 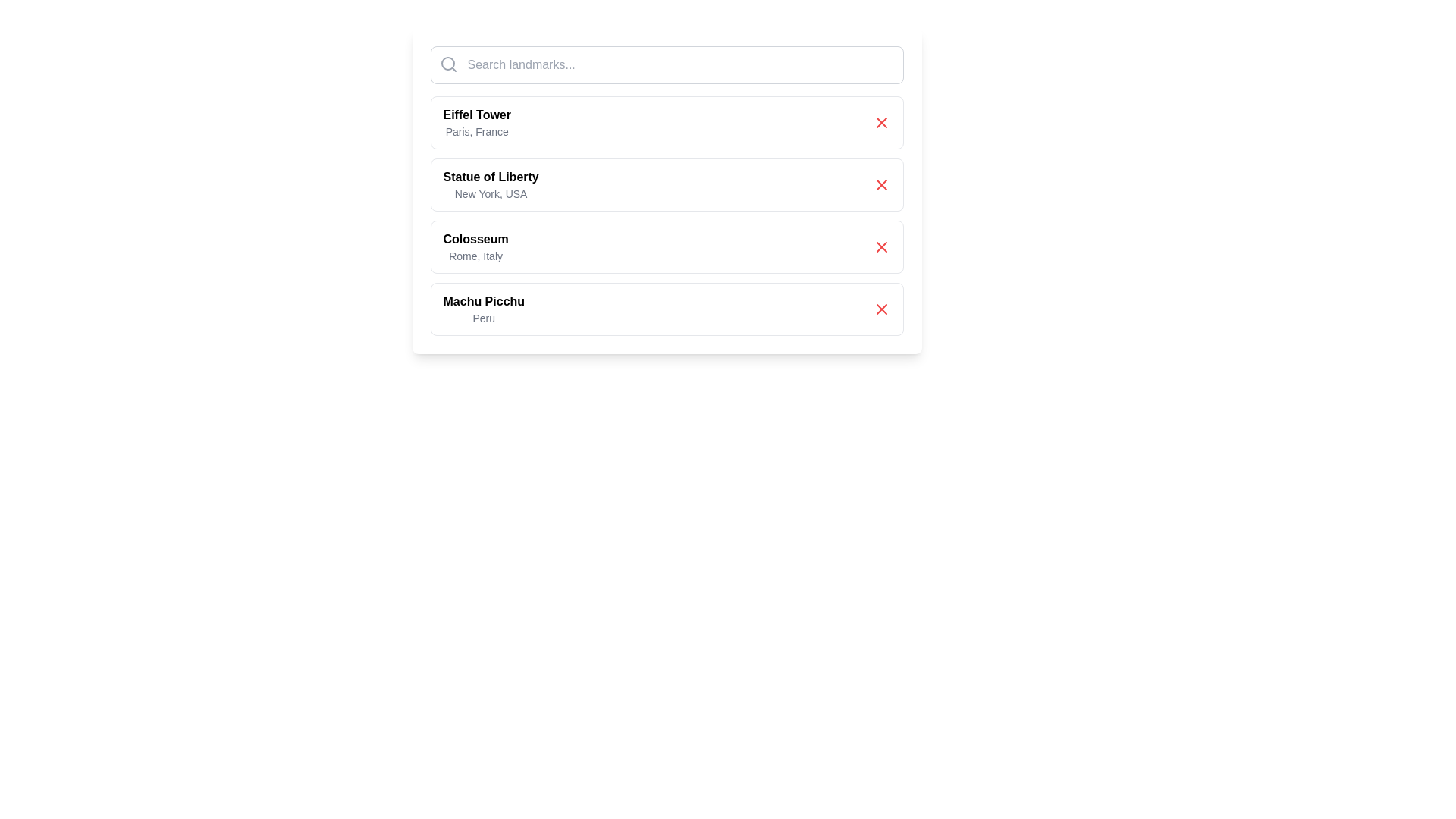 I want to click on the delete button located at the far right end of the 'Colosseum, Rome, Italy' entry in the list, so click(x=881, y=246).